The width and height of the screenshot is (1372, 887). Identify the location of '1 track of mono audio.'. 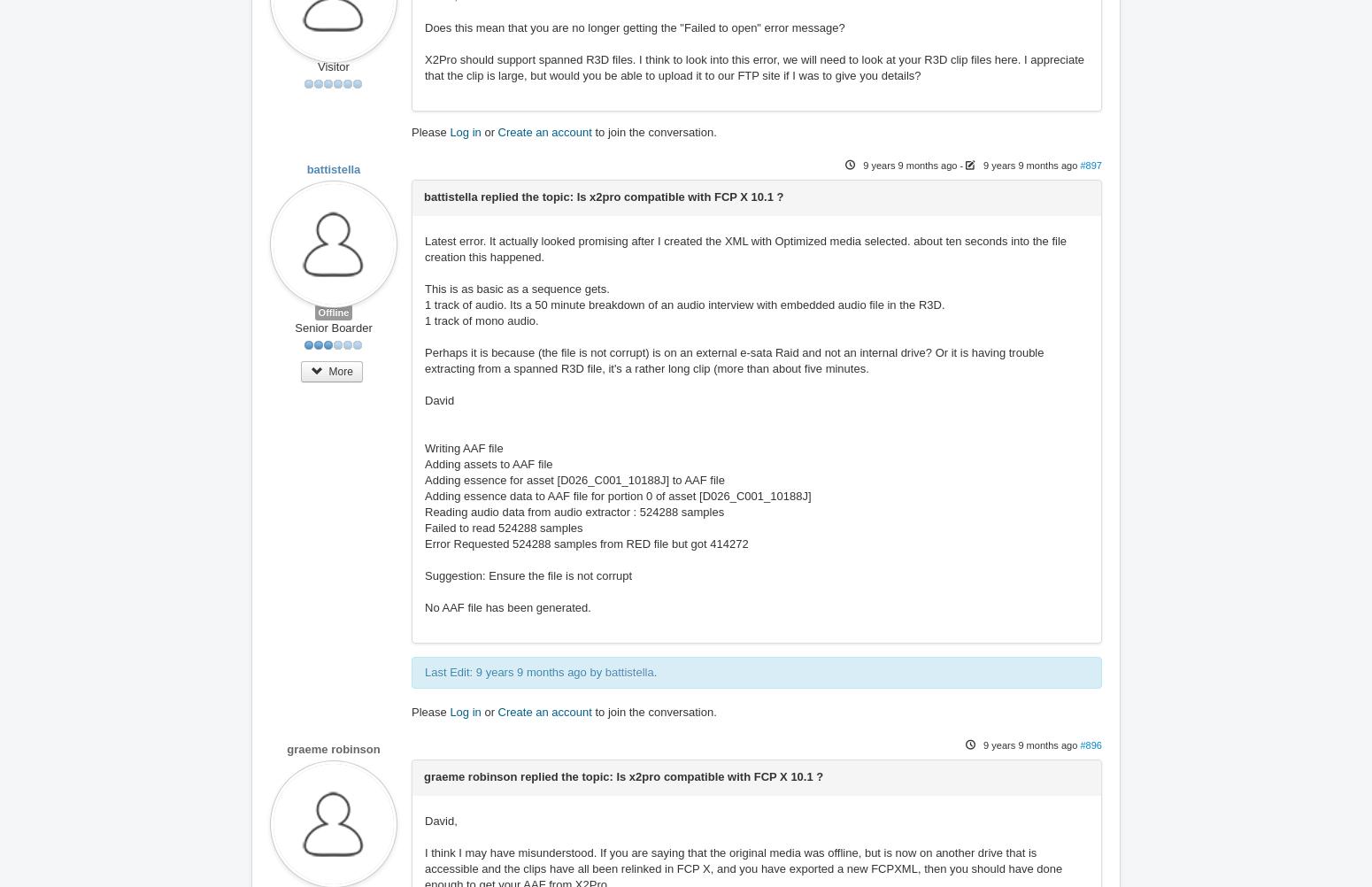
(424, 320).